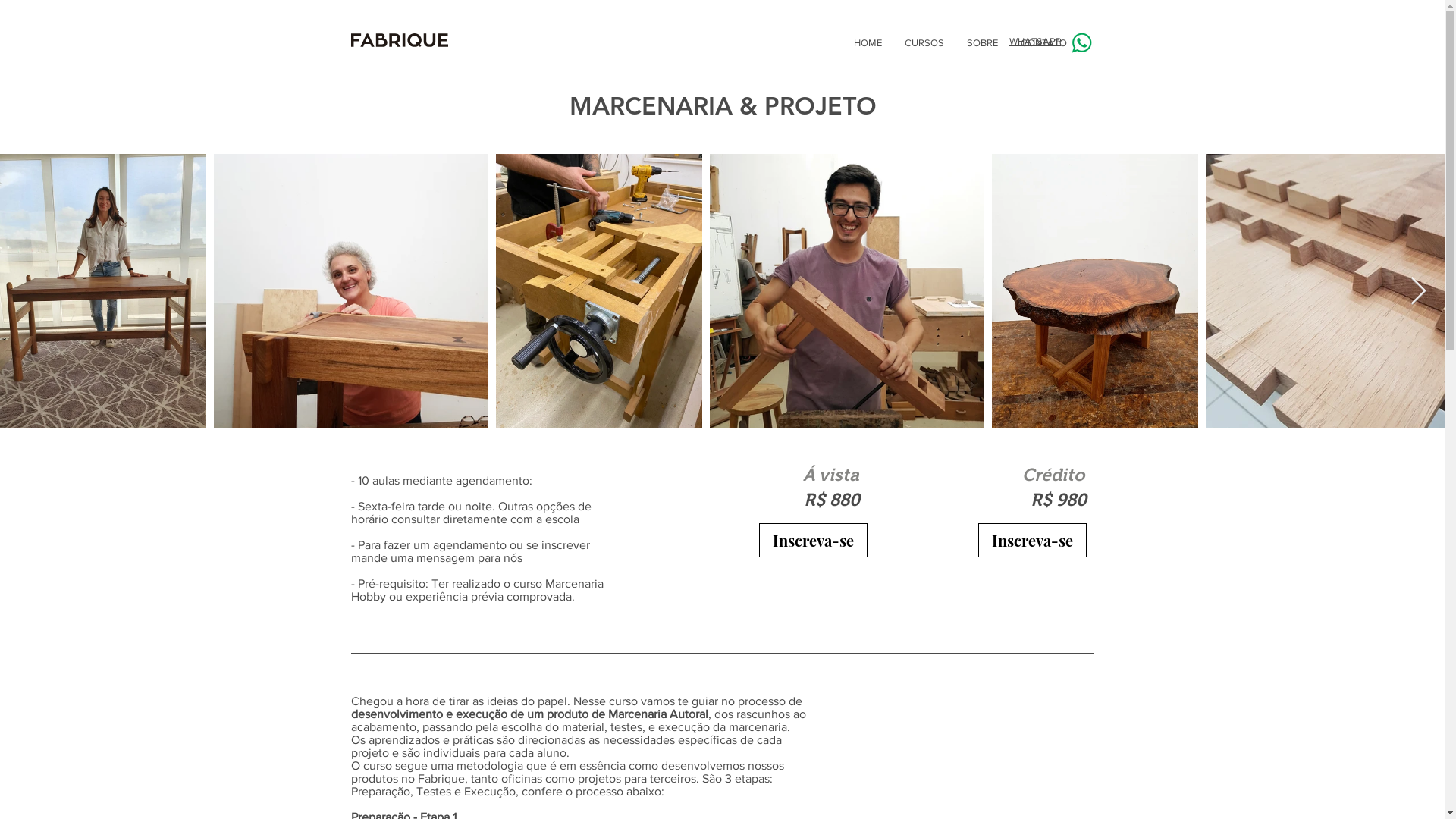  Describe the element at coordinates (1009, 42) in the screenshot. I see `'CONTATO'` at that location.